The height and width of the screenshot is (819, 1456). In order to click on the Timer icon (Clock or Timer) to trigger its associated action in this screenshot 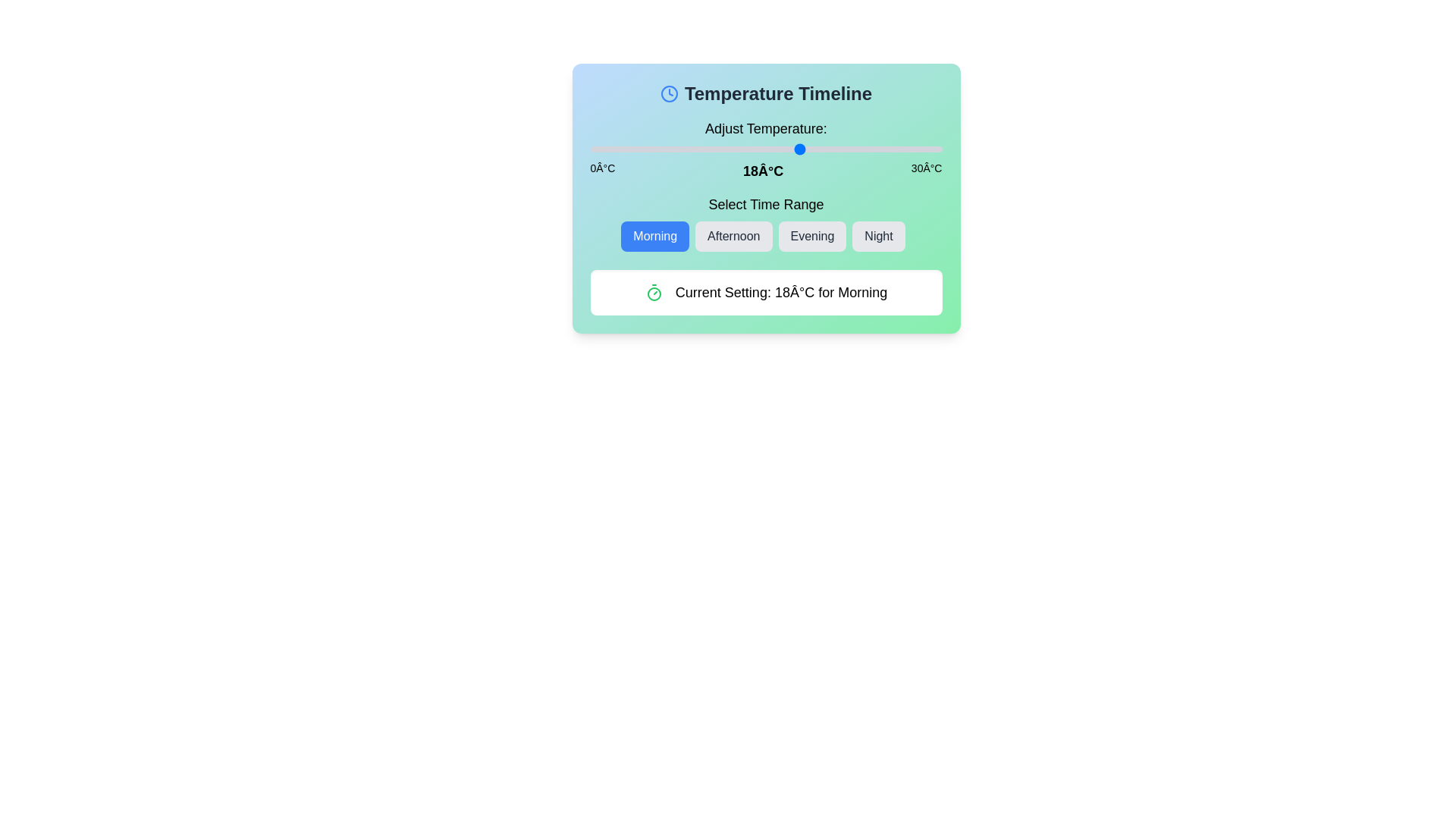, I will do `click(654, 292)`.